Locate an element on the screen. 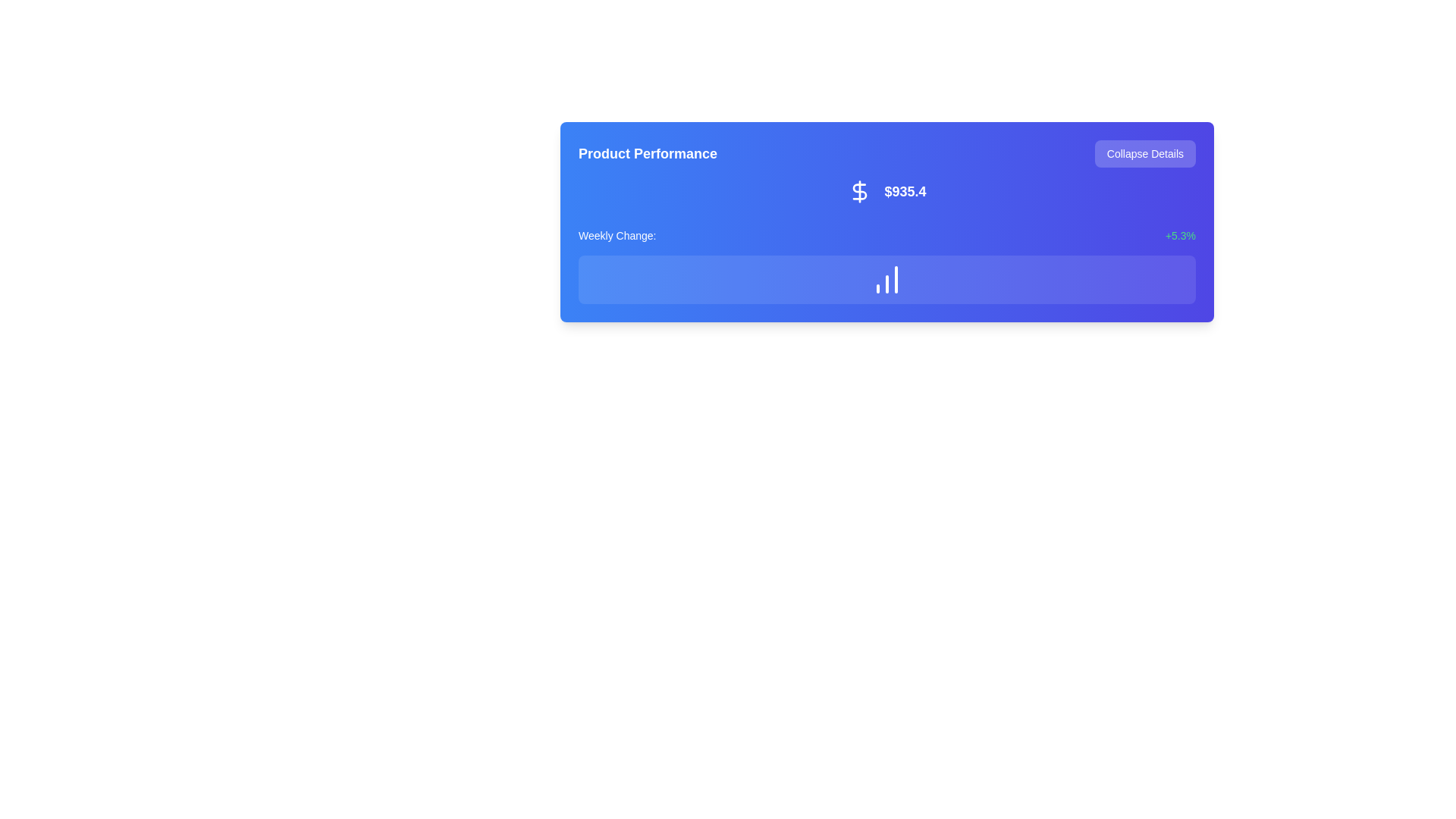 Image resolution: width=1456 pixels, height=819 pixels. the button labeled 'Collapse Details' located in the top right corner of the blue 'Product Performance' card is located at coordinates (1145, 154).